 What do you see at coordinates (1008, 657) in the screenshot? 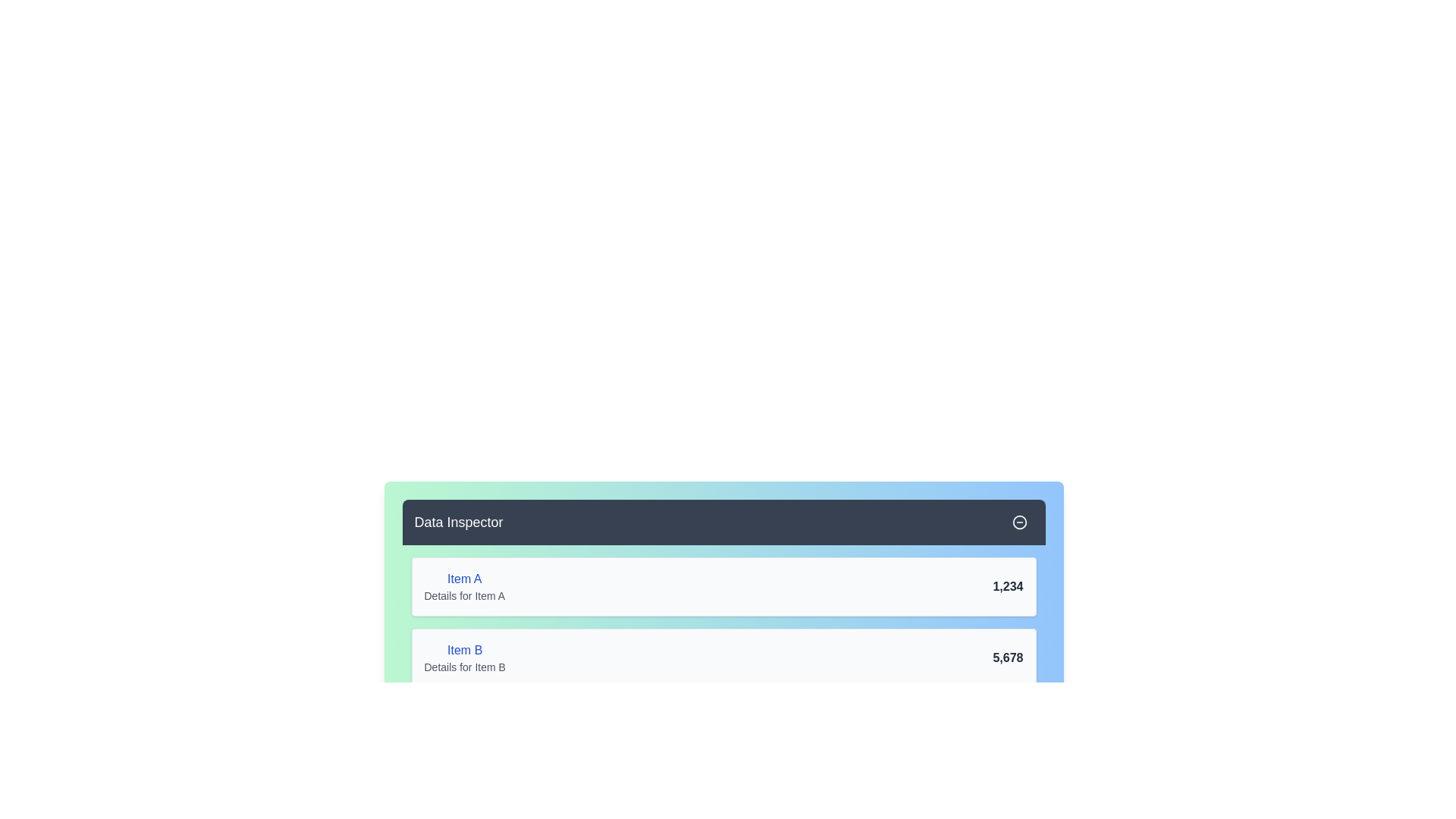
I see `the bold numerical text label displaying '5,678', which is located to the far right of the 'Details for Item B' text within the 'Item B' panel` at bounding box center [1008, 657].